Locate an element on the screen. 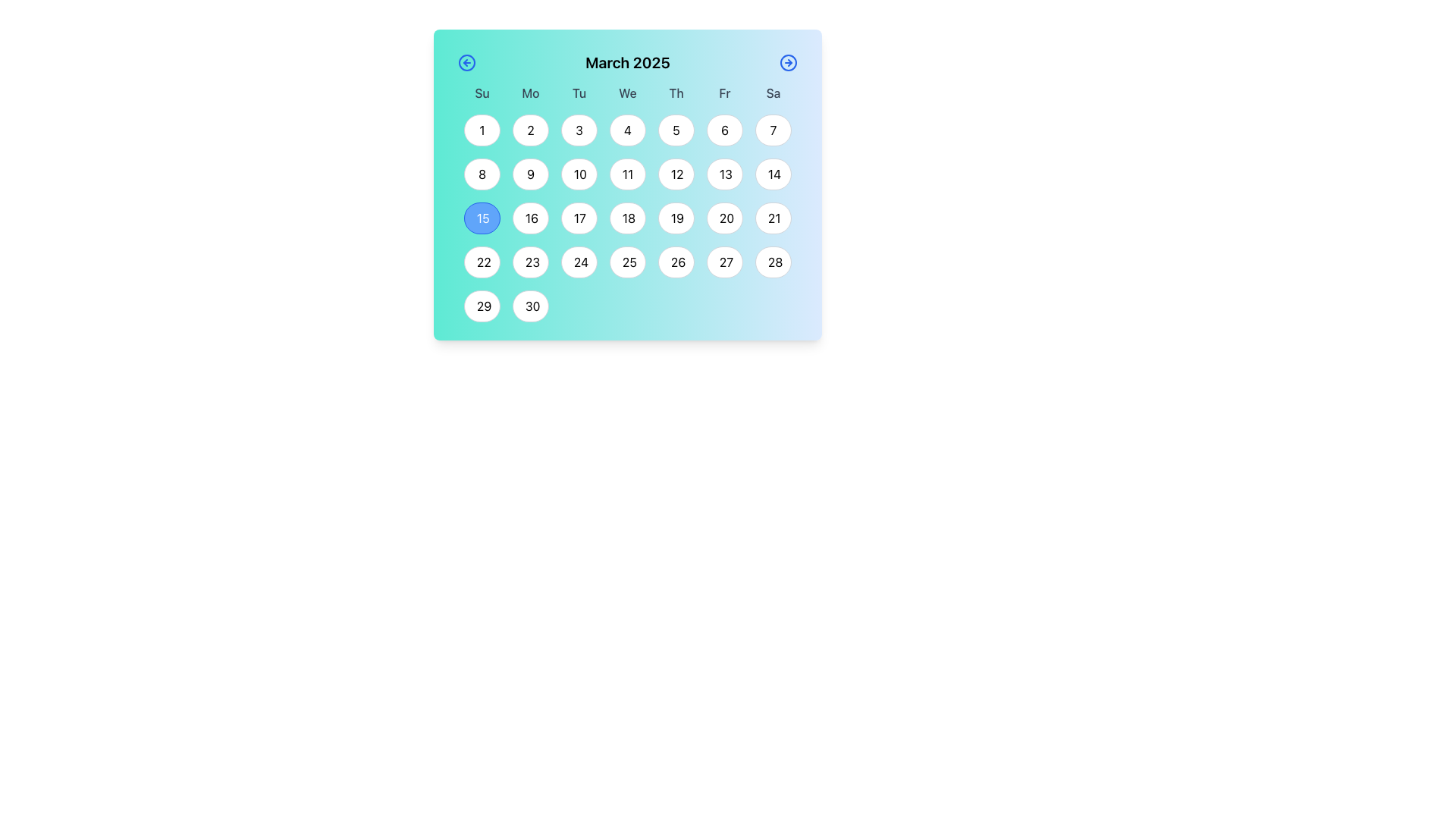 This screenshot has height=819, width=1456. the forward navigation icon button located at the top-right corner of the calendar interface, aligned with the 'March 2025' header is located at coordinates (789, 62).